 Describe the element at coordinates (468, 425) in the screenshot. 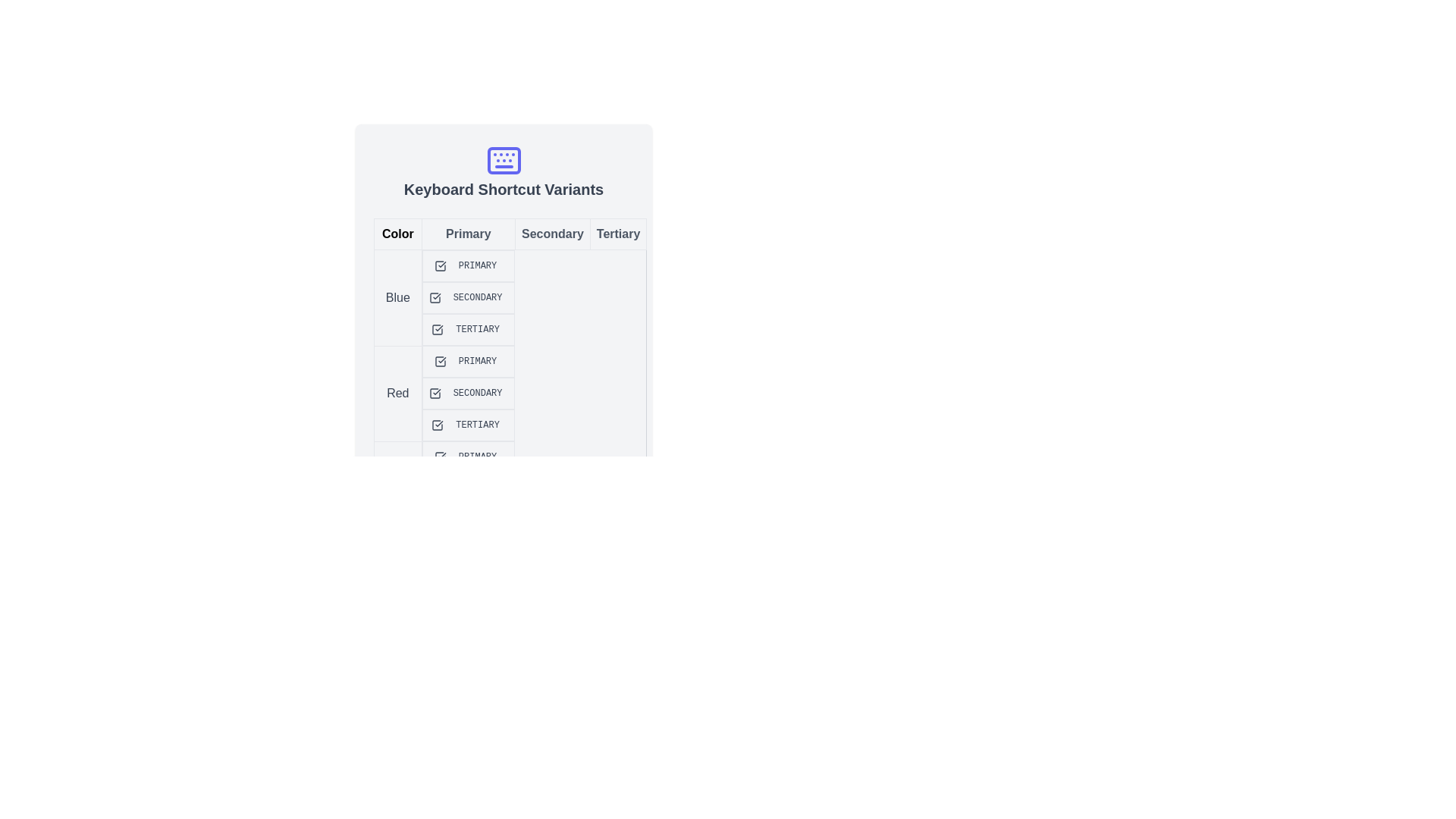

I see `the checkbox labeled 'TERTIARY' with a red background and dark red text` at that location.